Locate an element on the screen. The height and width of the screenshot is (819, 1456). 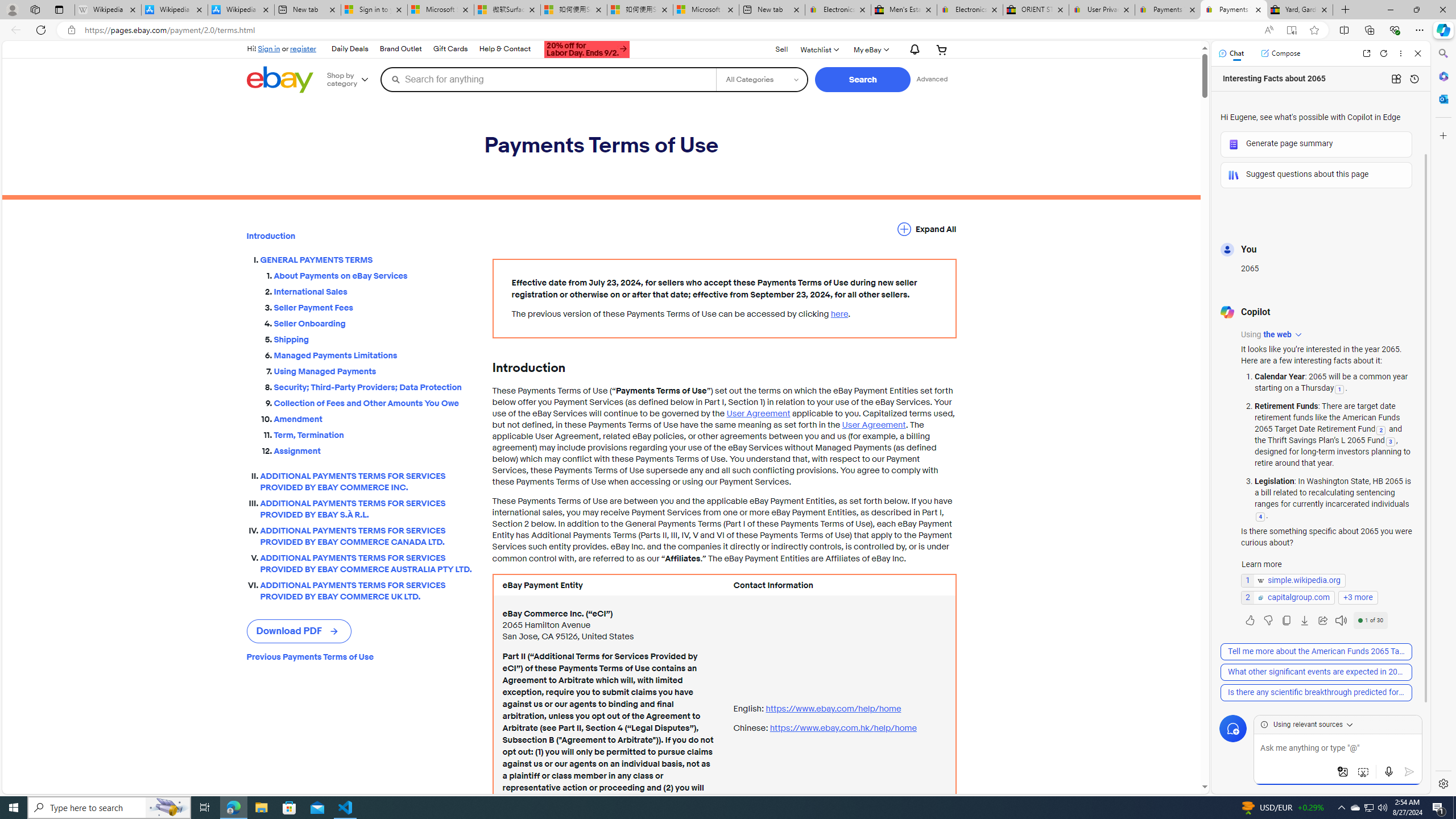
'Seller Payment Fees' is located at coordinates (373, 305).